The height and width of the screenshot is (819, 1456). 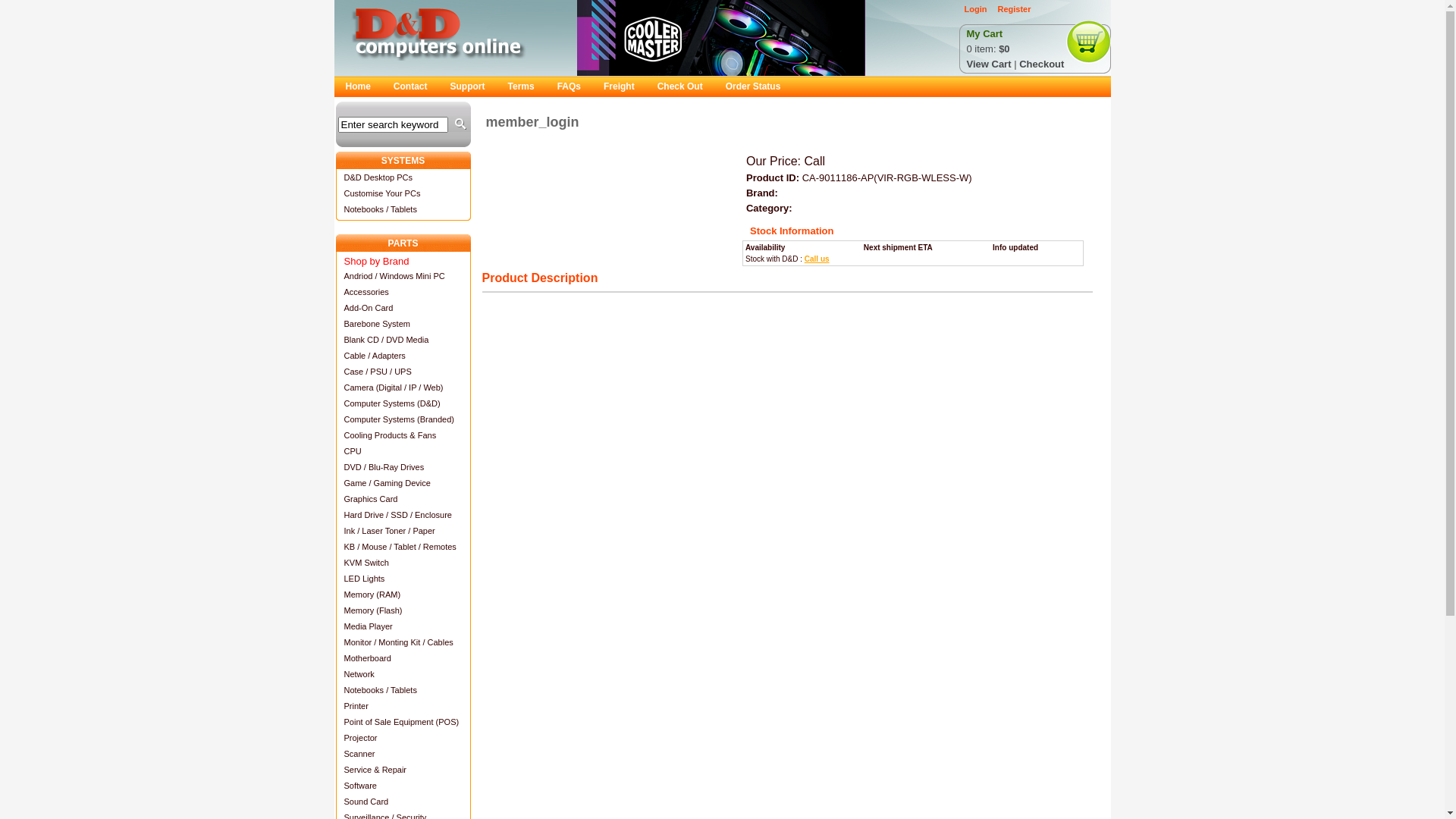 I want to click on 'Hard Drive / SSD / Enclosure', so click(x=334, y=513).